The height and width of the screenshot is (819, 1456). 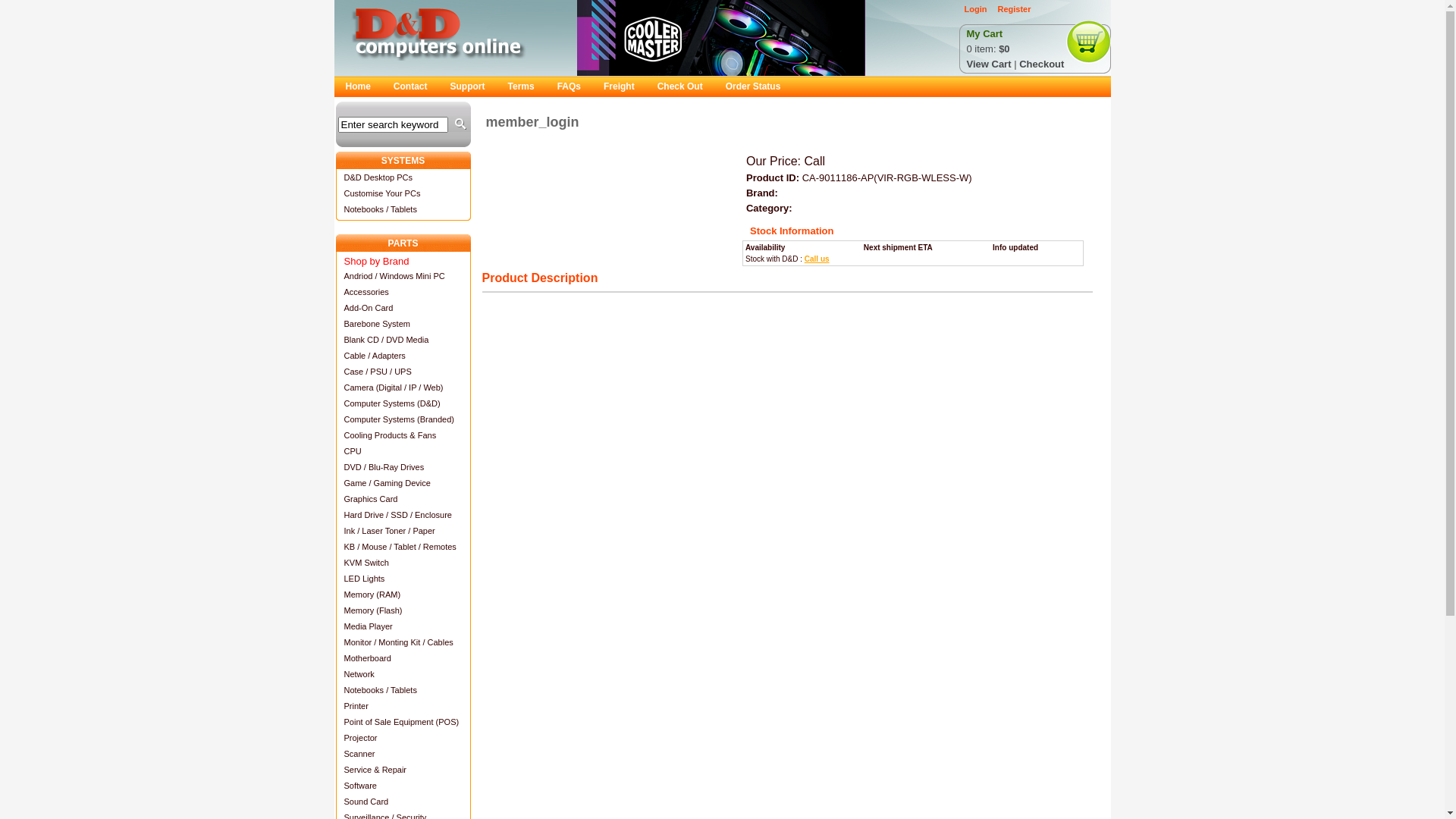 I want to click on 'Hard Drive / SSD / Enclosure', so click(x=334, y=513).